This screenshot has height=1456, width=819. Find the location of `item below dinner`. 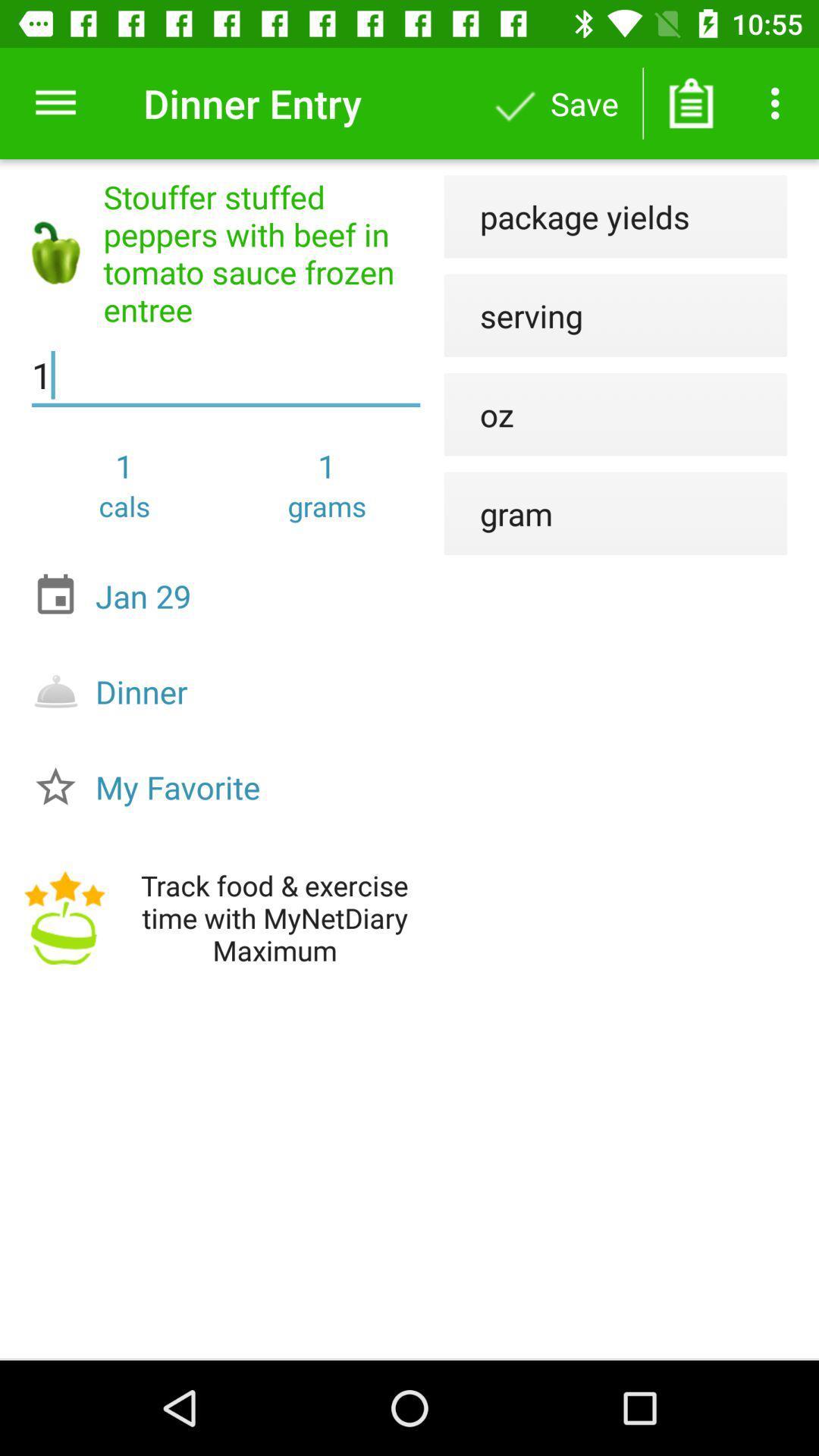

item below dinner is located at coordinates (230, 786).